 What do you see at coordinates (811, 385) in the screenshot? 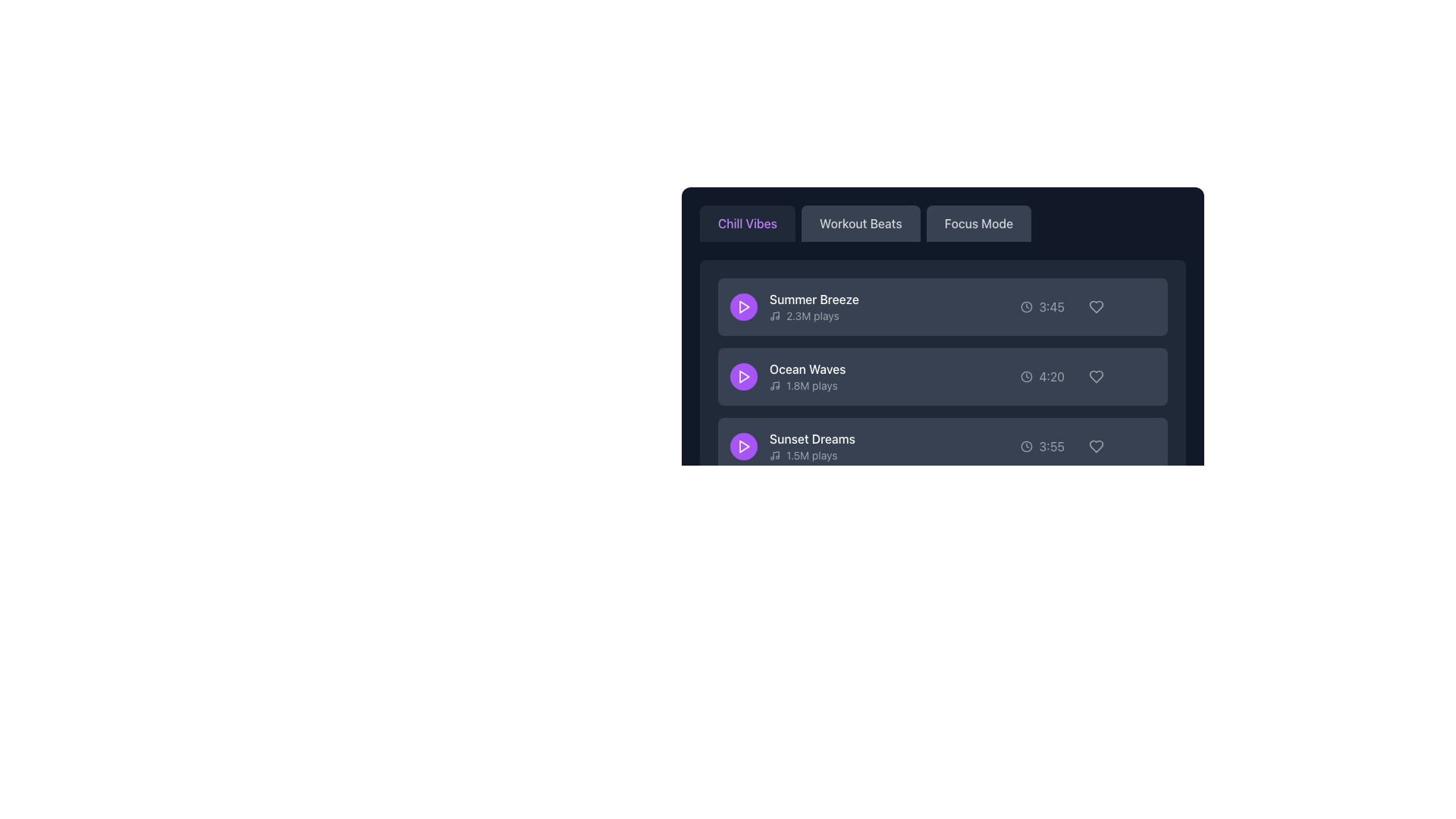
I see `text label displaying '1.8M plays' that is located next to the music icon in the second item of the music list titled 'Ocean Waves'` at bounding box center [811, 385].